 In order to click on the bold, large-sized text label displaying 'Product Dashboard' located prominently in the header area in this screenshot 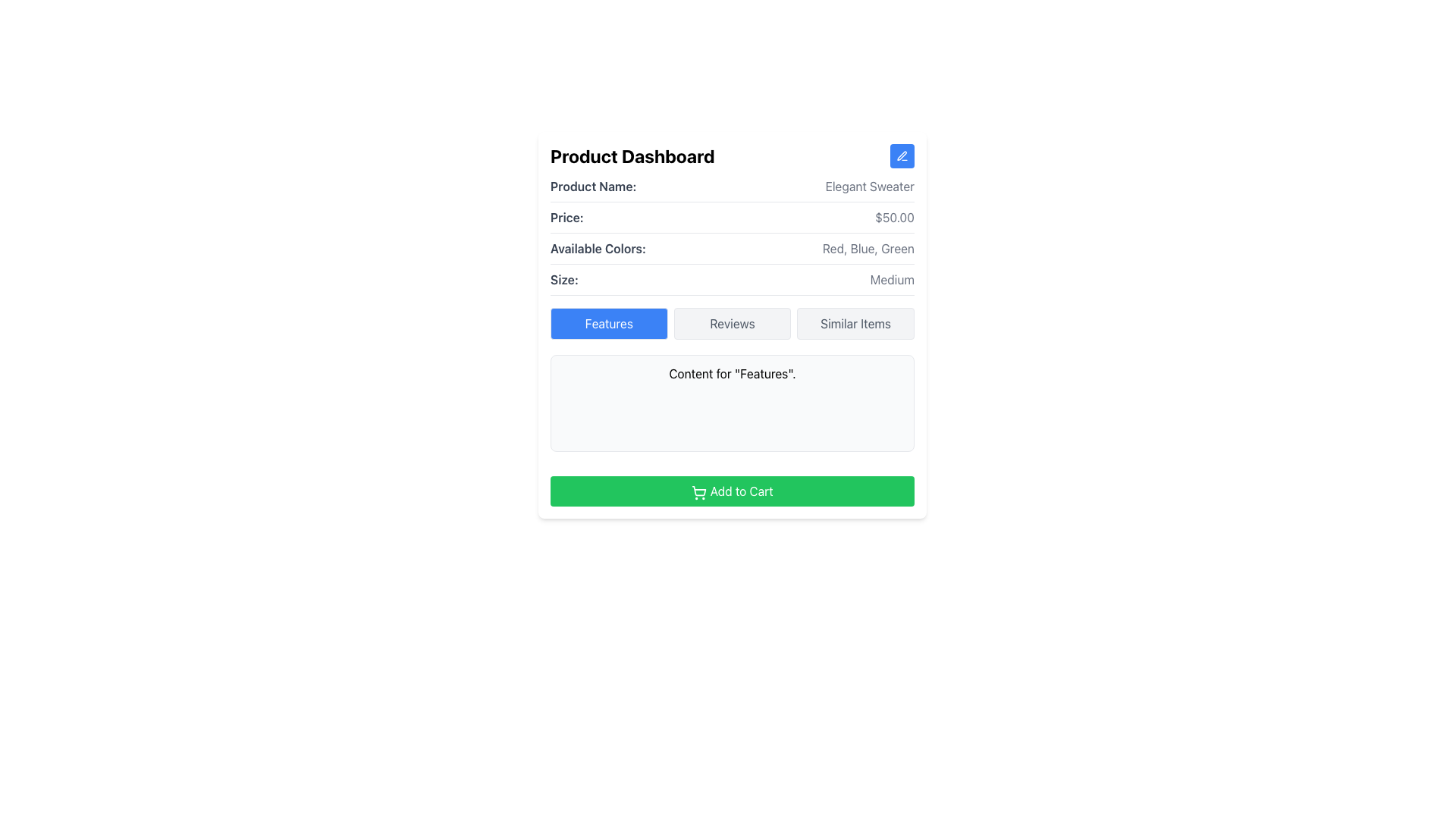, I will do `click(632, 155)`.